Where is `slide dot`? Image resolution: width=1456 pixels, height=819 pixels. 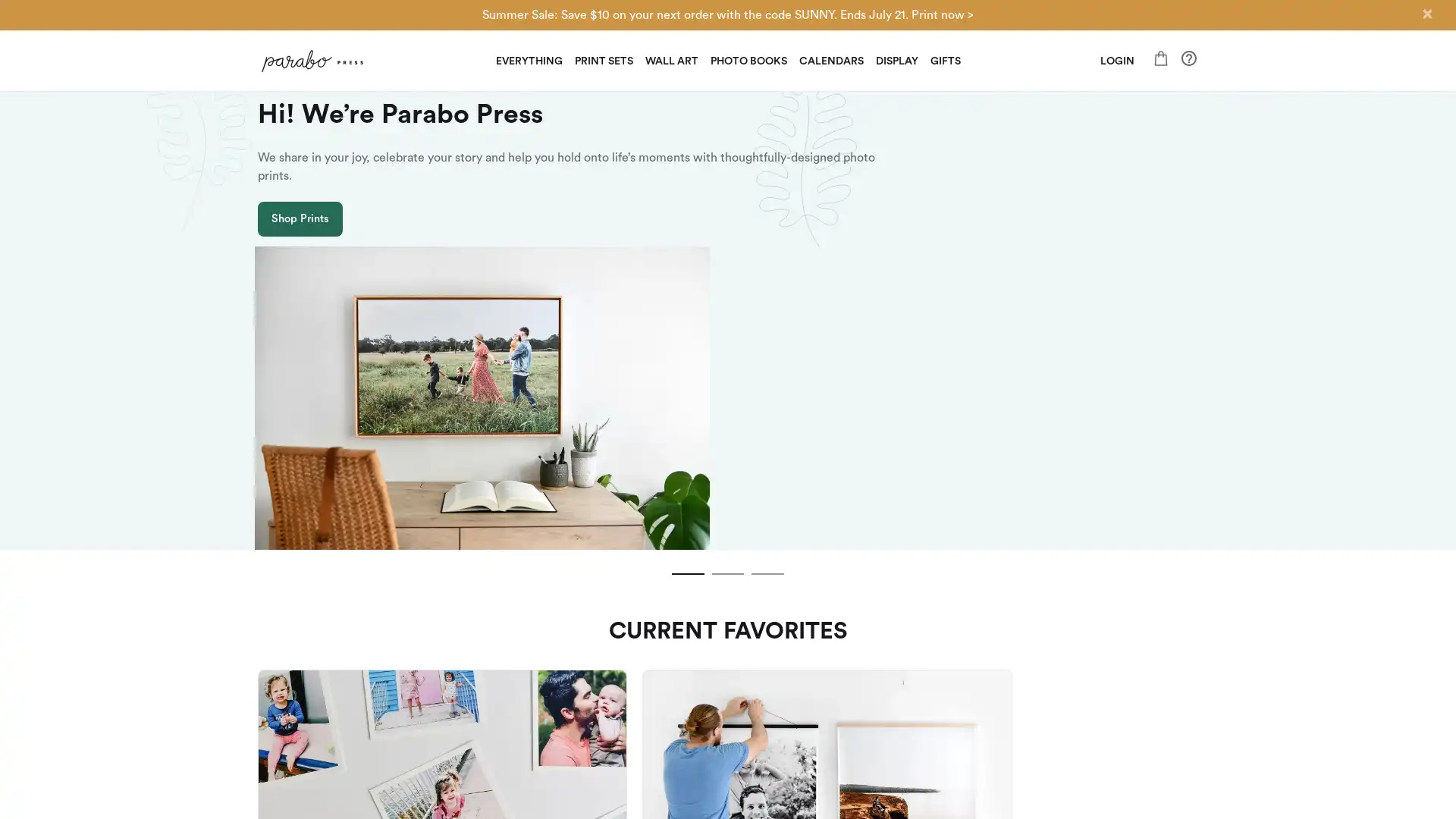
slide dot is located at coordinates (682, 419).